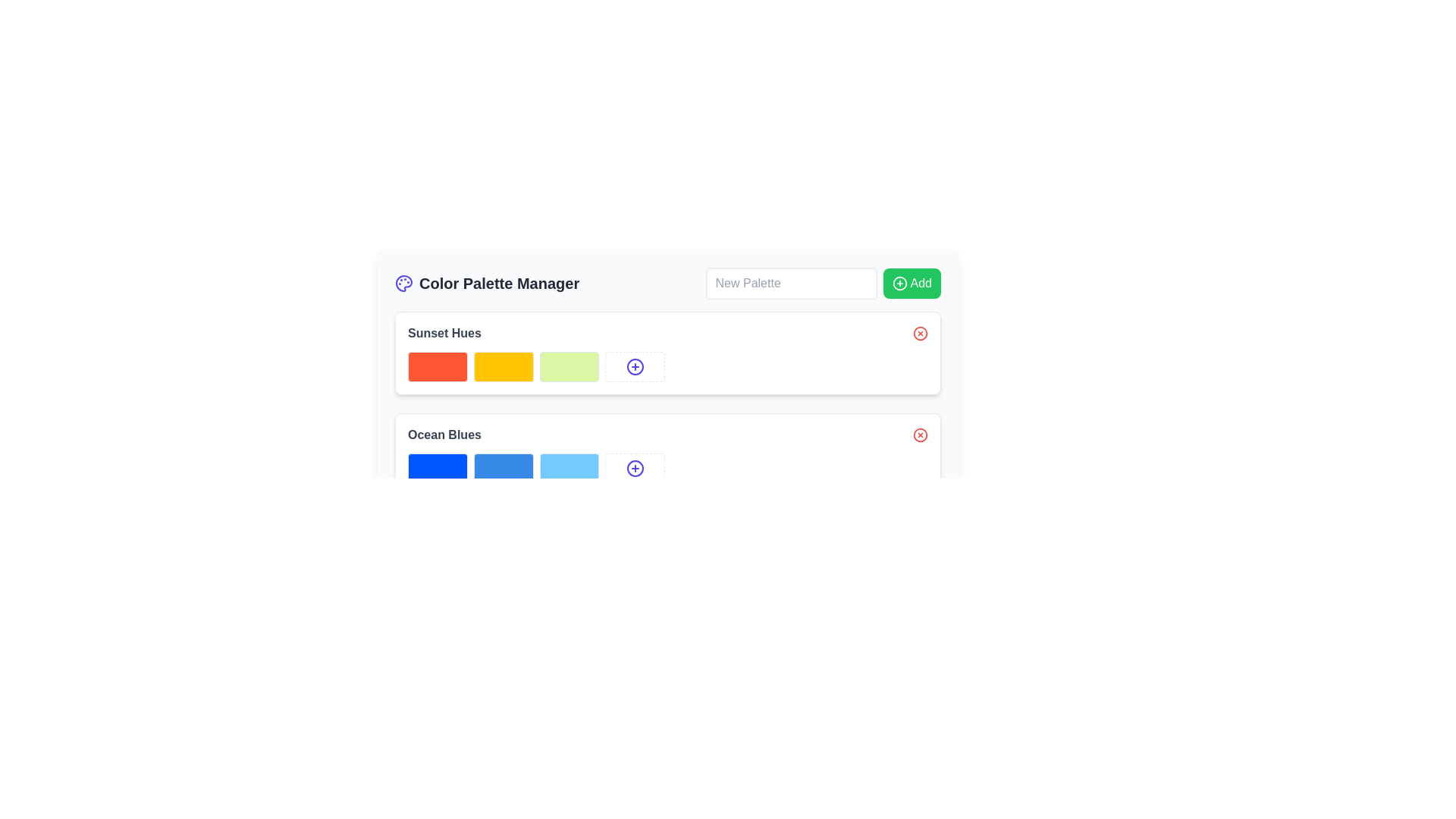 This screenshot has height=819, width=1456. Describe the element at coordinates (911, 284) in the screenshot. I see `the green rounded button labeled 'Add' with a plus icon` at that location.